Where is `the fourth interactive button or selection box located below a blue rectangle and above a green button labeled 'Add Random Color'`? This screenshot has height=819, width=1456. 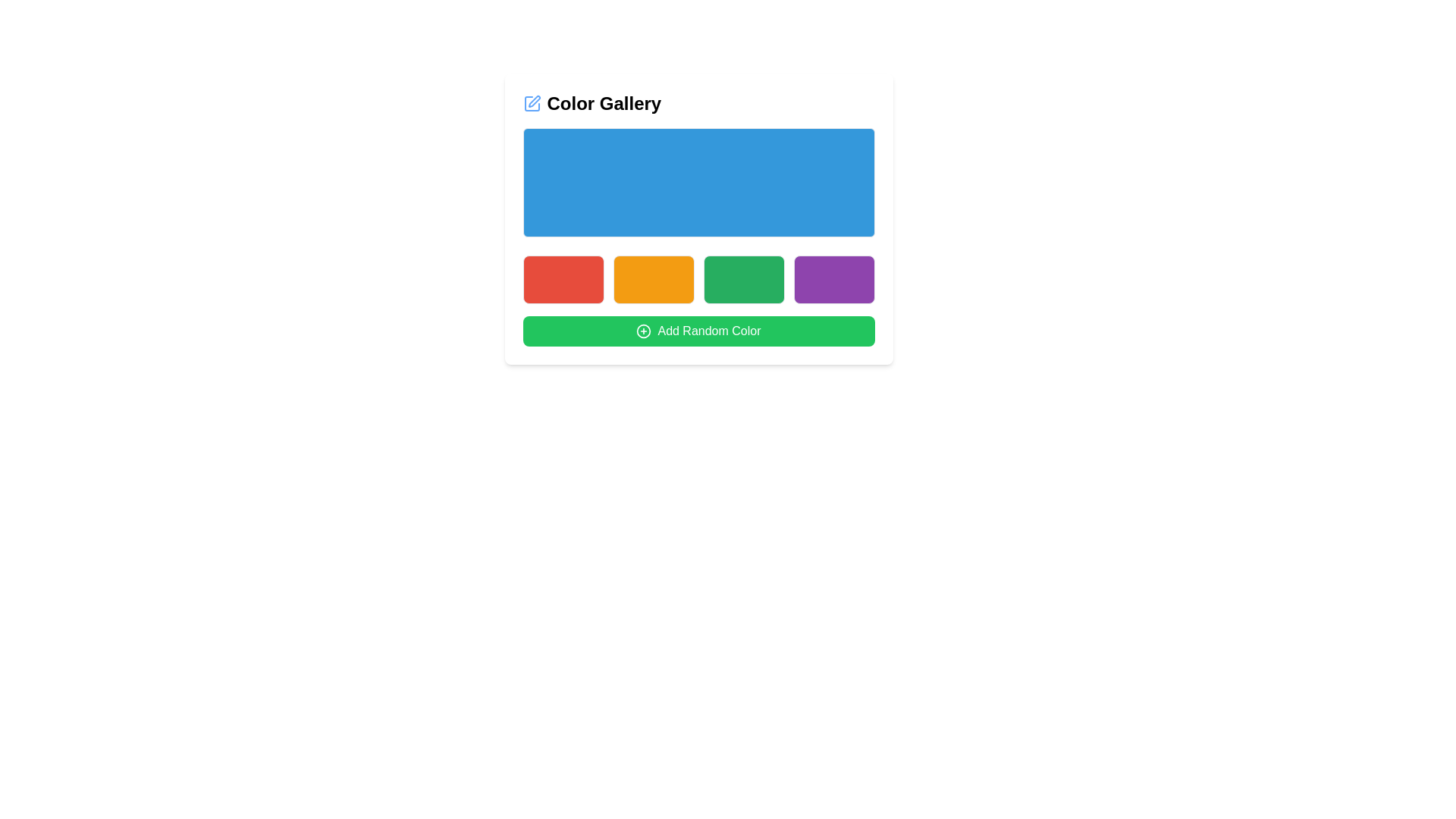
the fourth interactive button or selection box located below a blue rectangle and above a green button labeled 'Add Random Color' is located at coordinates (833, 280).